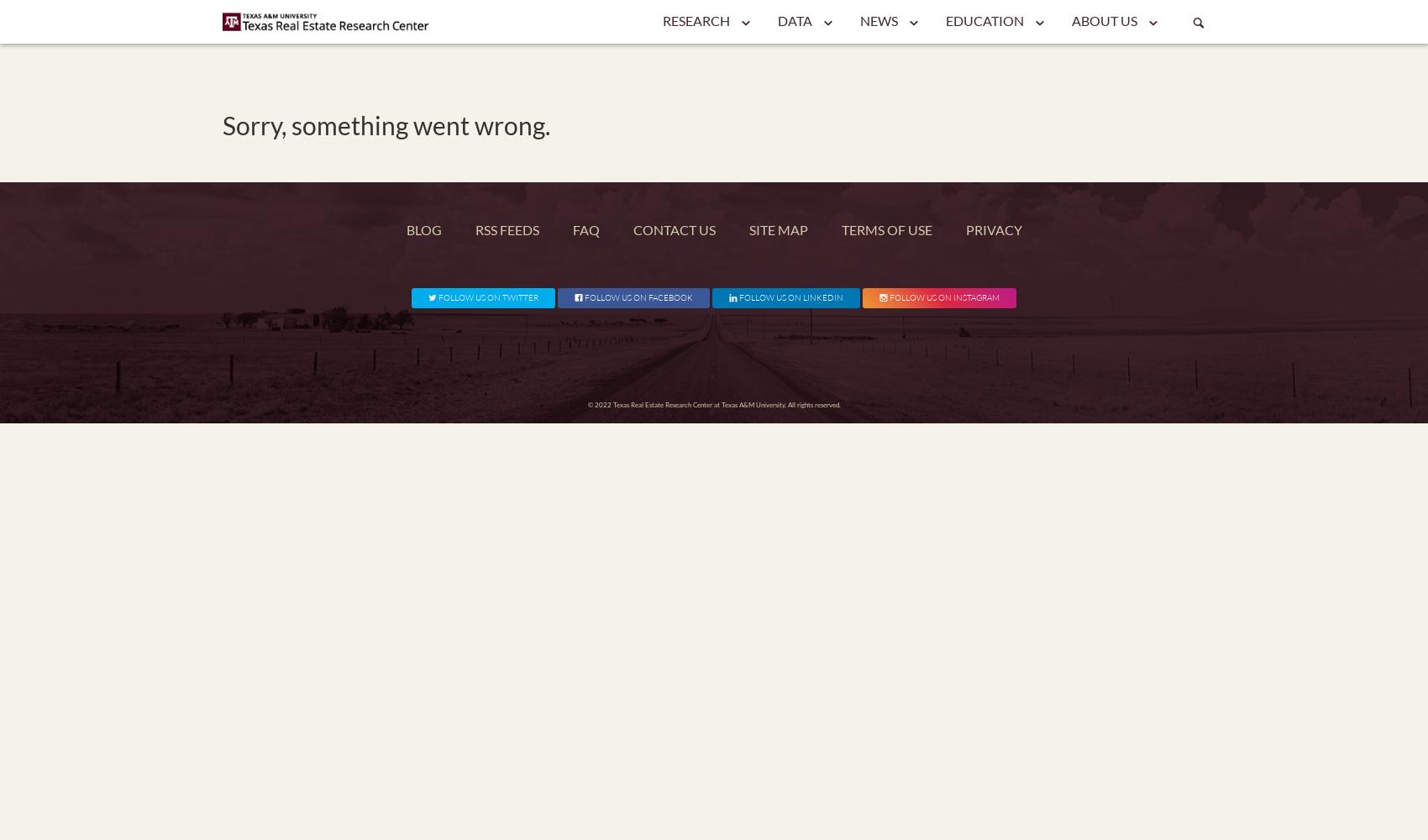 This screenshot has width=1428, height=840. Describe the element at coordinates (673, 229) in the screenshot. I see `'Contact Us'` at that location.